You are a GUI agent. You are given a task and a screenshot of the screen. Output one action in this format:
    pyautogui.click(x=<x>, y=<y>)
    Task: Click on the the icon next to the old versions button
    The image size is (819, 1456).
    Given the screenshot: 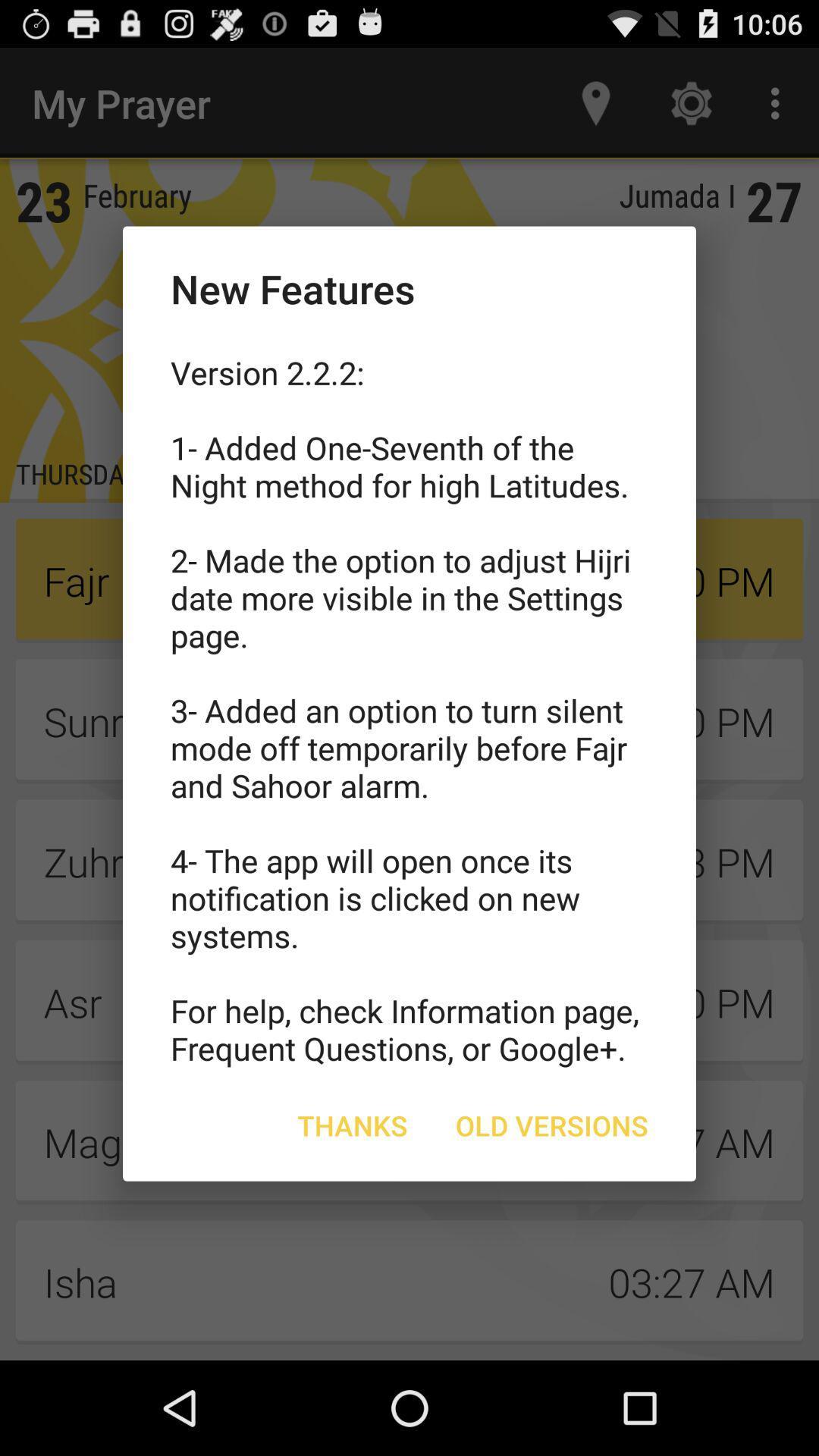 What is the action you would take?
    pyautogui.click(x=353, y=1125)
    